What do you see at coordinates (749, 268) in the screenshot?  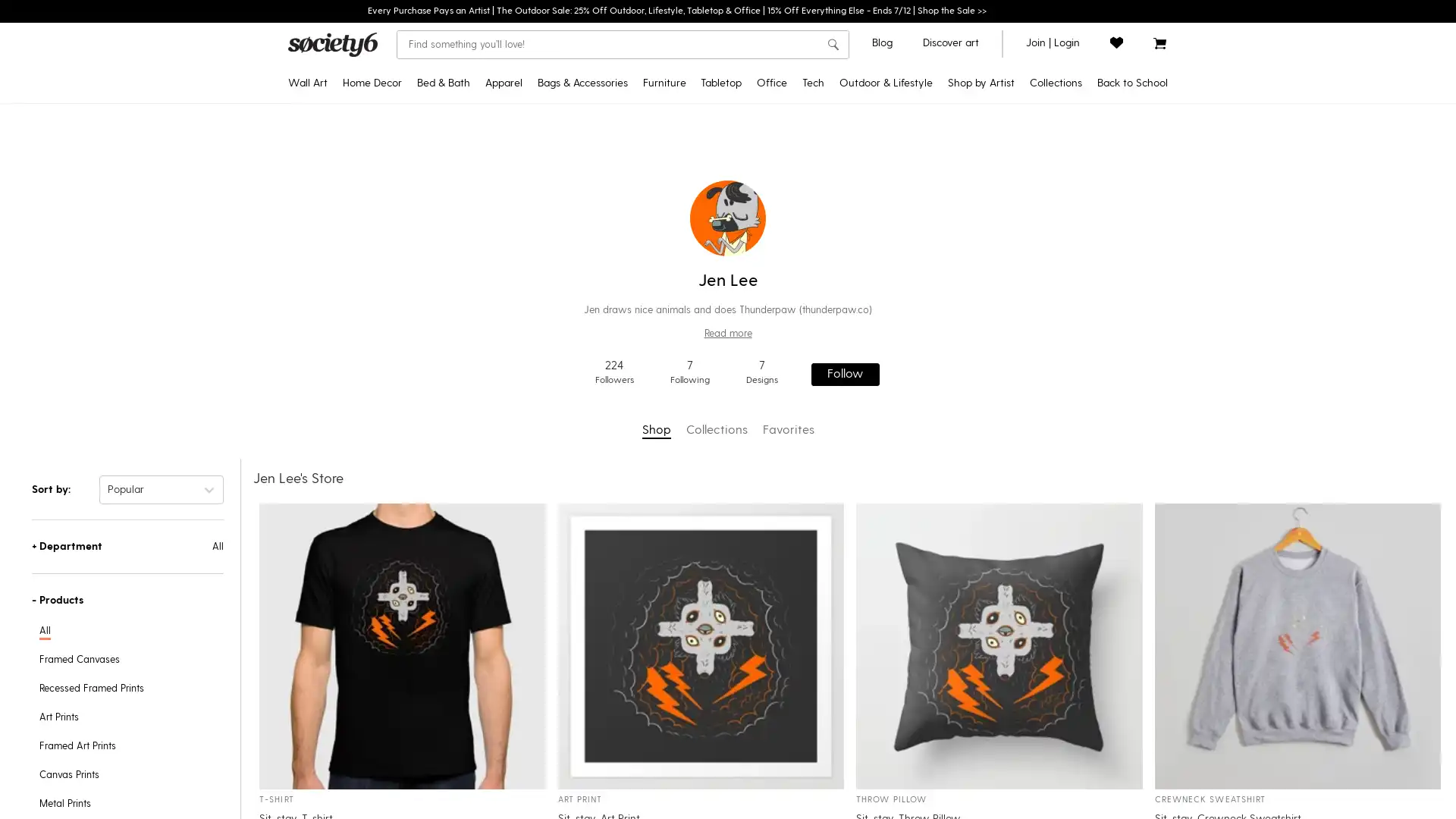 I see `Water Bottles` at bounding box center [749, 268].